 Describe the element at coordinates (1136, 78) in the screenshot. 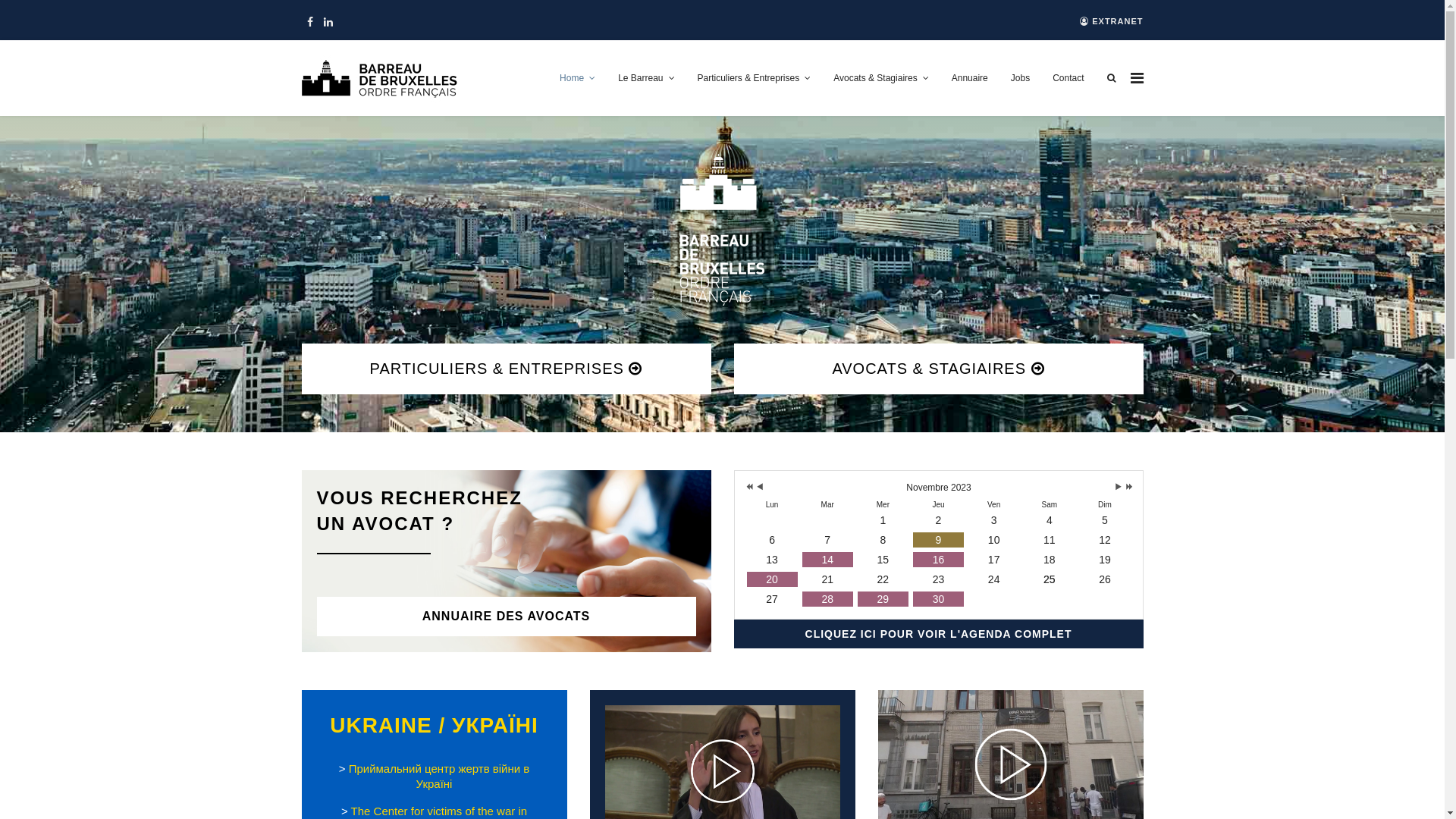

I see `'Navigation'` at that location.